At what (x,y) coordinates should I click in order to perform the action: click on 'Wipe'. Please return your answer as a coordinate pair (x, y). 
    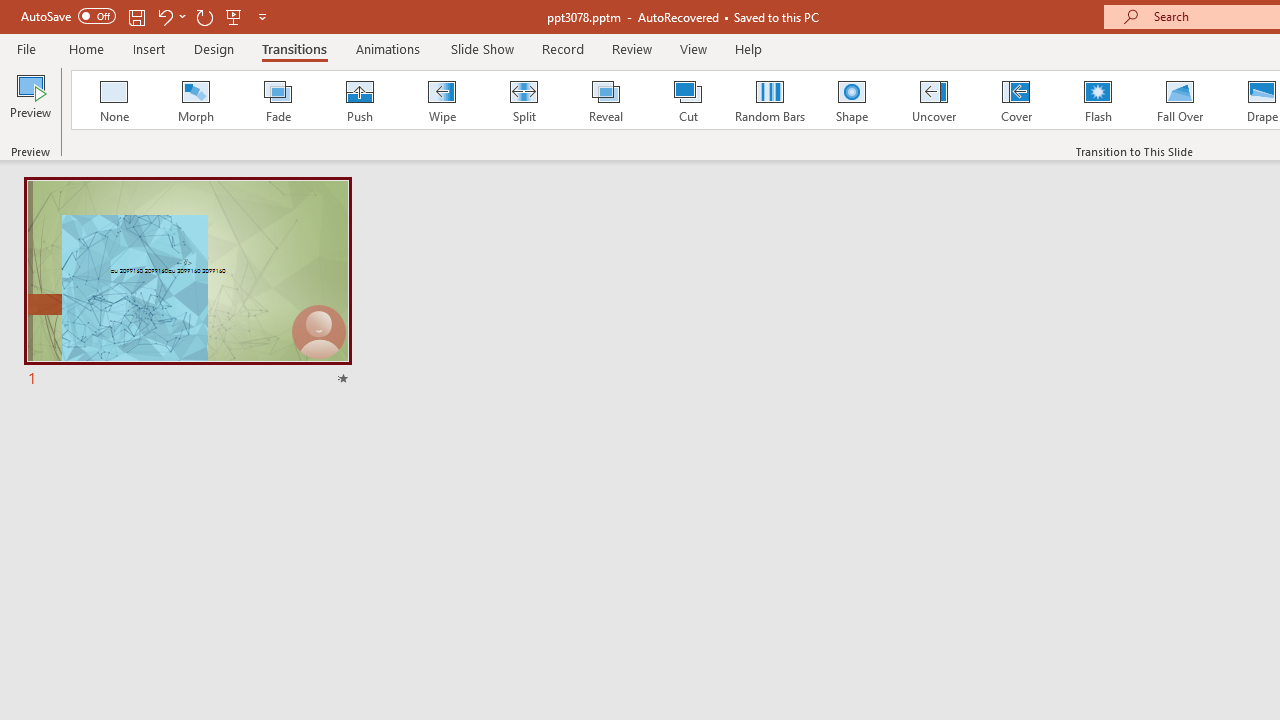
    Looking at the image, I should click on (440, 100).